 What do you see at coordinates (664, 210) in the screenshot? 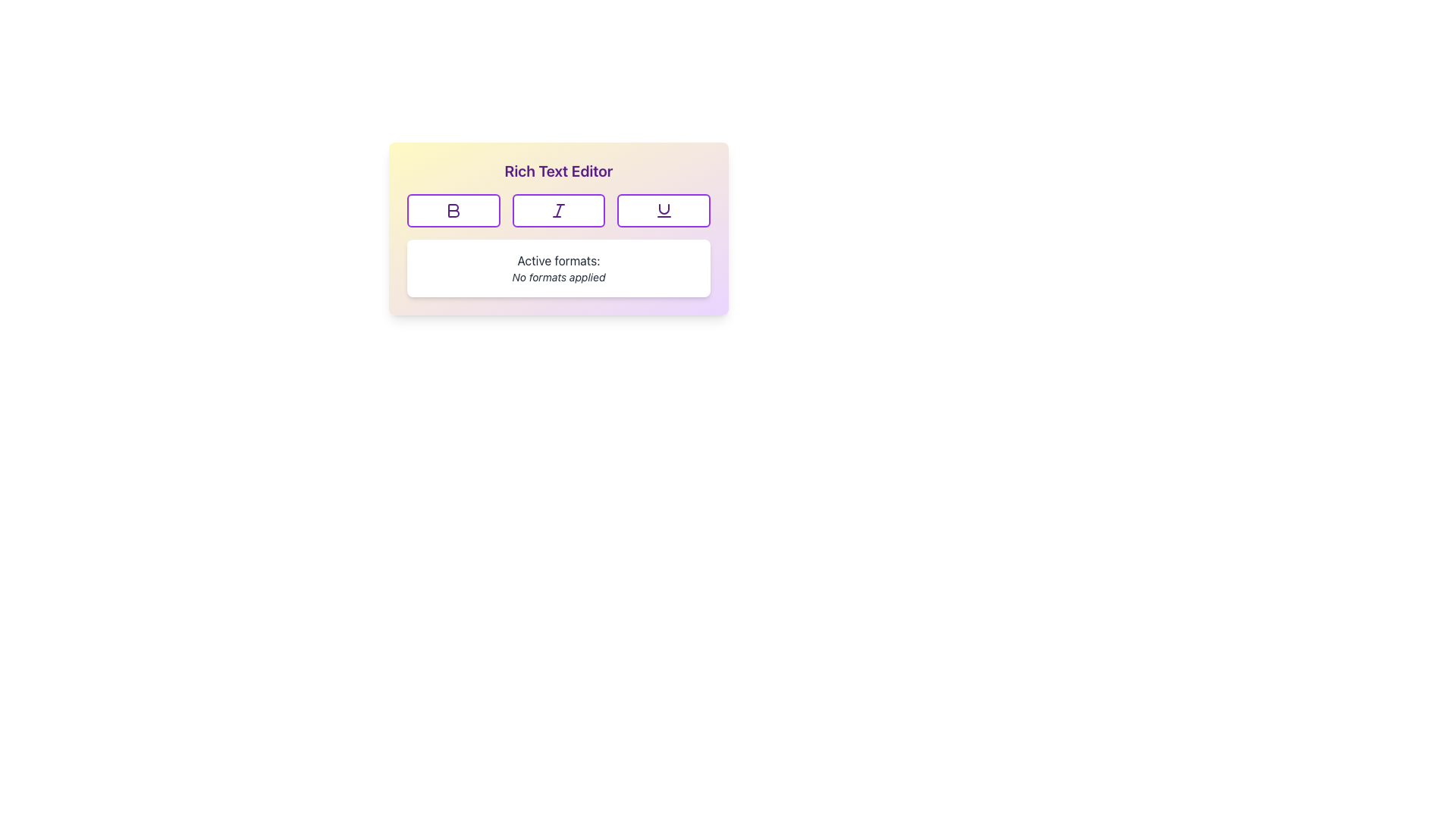
I see `the underline button located in the Rich Text Editor` at bounding box center [664, 210].